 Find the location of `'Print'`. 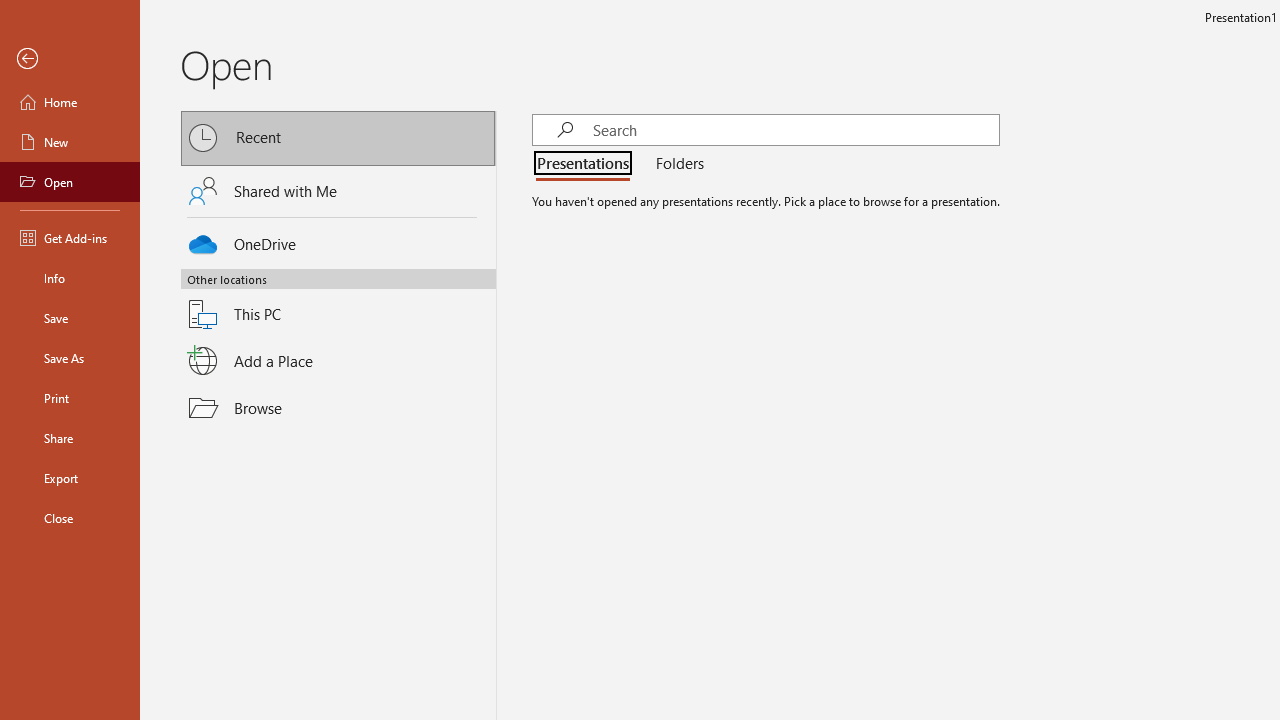

'Print' is located at coordinates (69, 398).